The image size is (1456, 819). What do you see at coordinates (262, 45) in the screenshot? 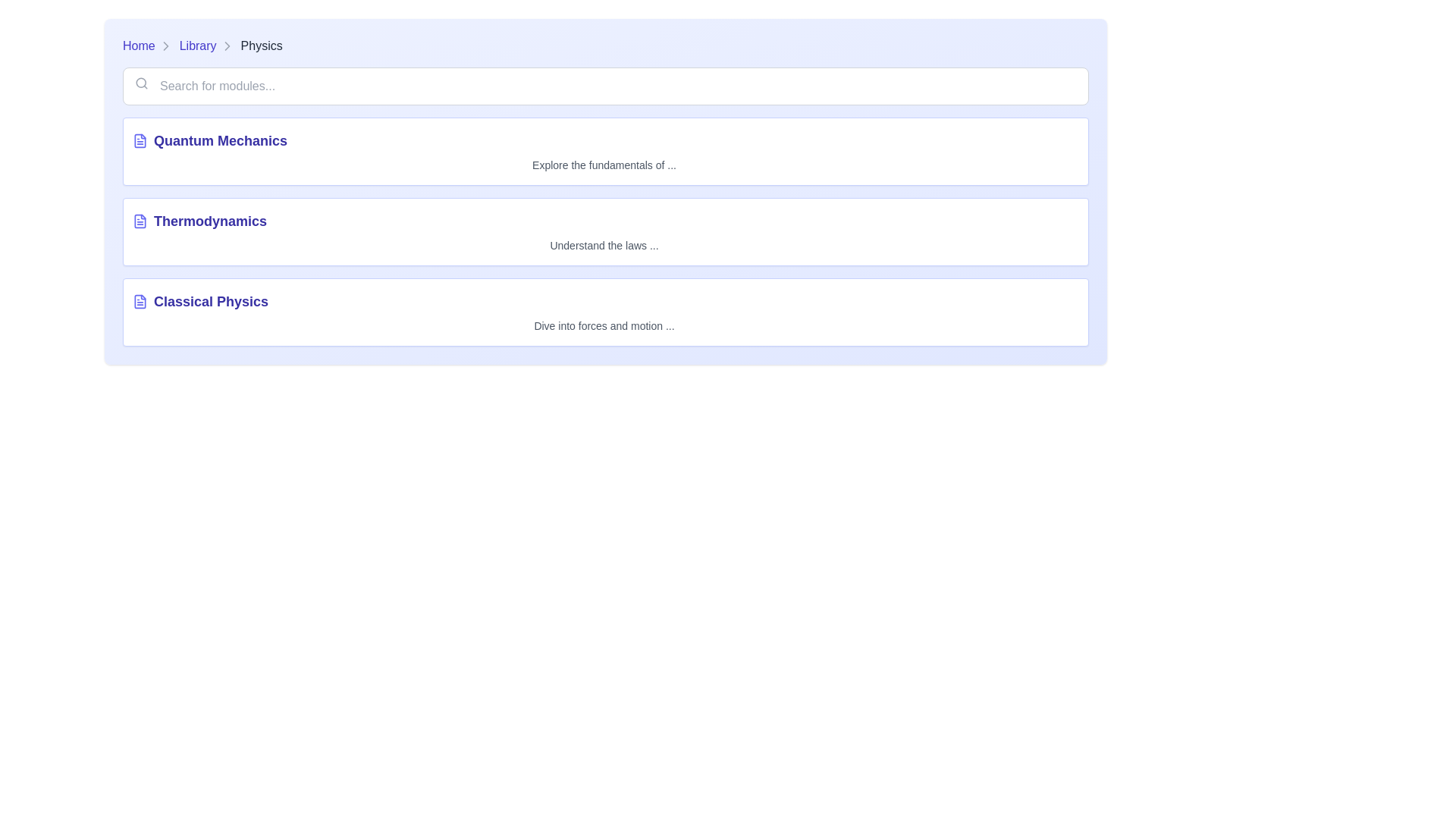
I see `the 'Physics' text label in the breadcrumb navigation bar, which is the third item in the sequence and displayed in bold grey font` at bounding box center [262, 45].